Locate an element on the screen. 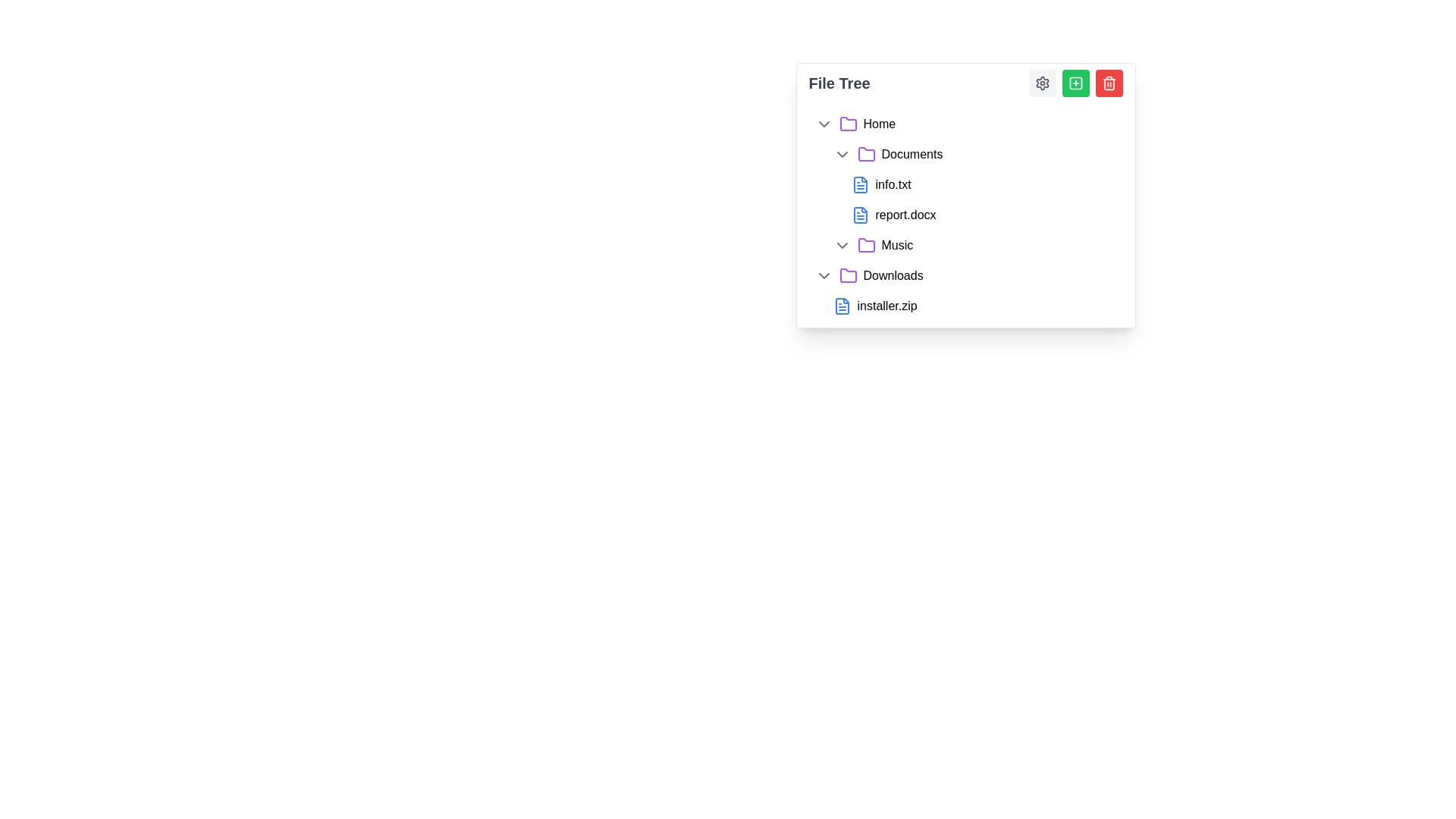 This screenshot has height=819, width=1456. the settings icon button located at the top-right group of controls above the file tree to navigate to options or preferences is located at coordinates (1041, 83).